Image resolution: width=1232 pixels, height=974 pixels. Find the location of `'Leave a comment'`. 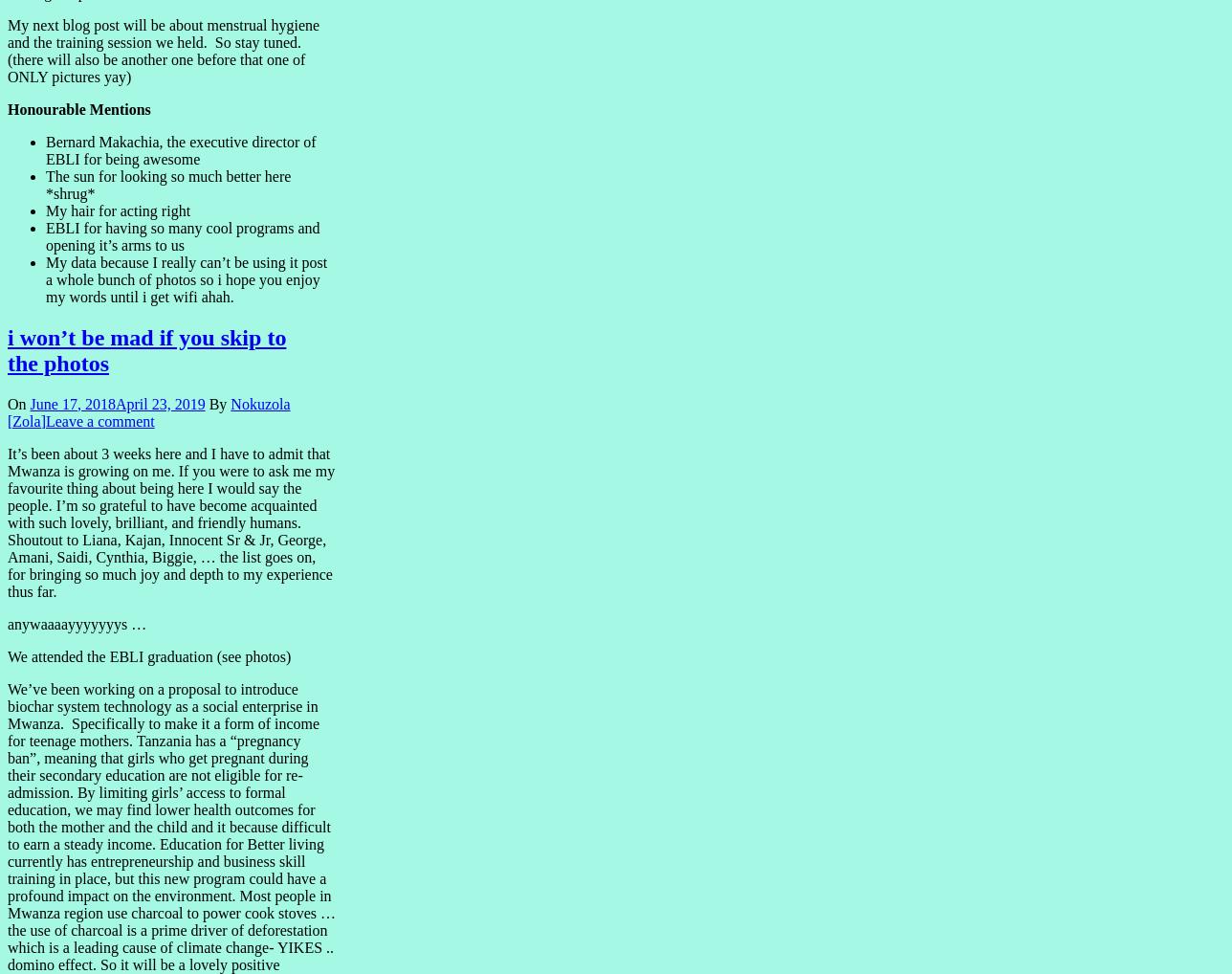

'Leave a comment' is located at coordinates (99, 419).